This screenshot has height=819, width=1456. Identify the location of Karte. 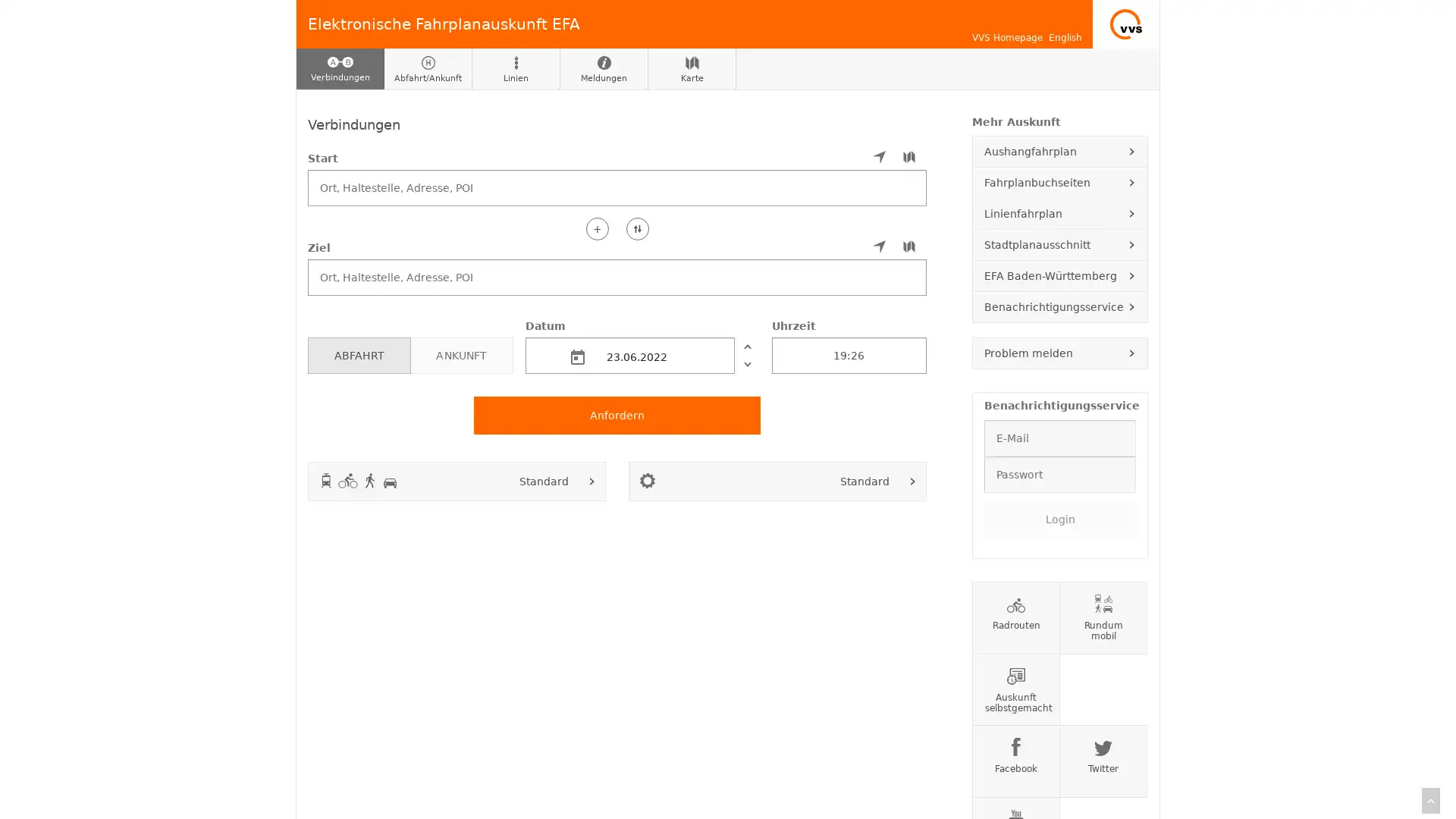
(691, 69).